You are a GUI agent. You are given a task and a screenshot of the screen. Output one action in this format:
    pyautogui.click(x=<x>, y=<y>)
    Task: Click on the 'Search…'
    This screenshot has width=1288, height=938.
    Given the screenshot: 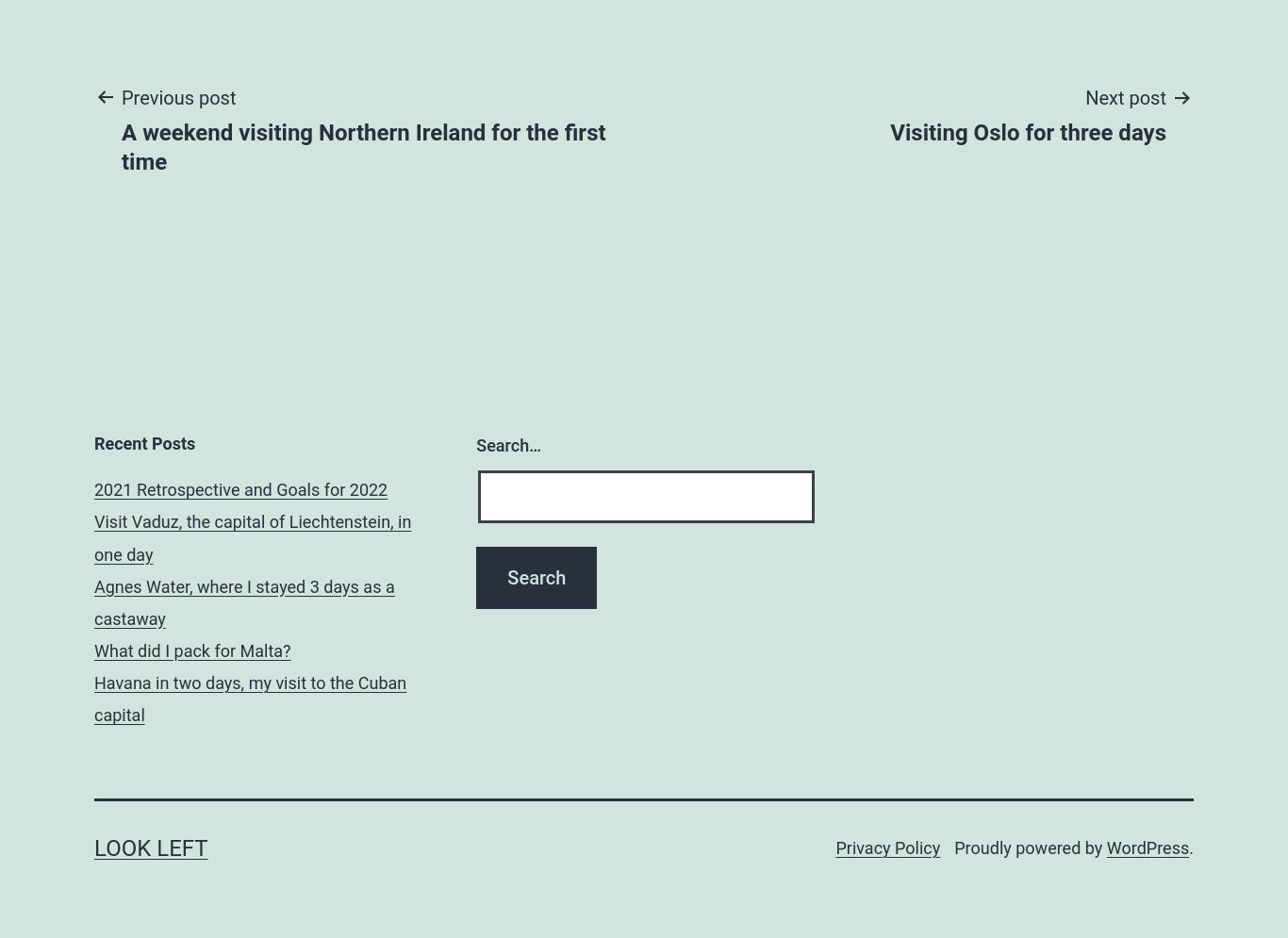 What is the action you would take?
    pyautogui.click(x=508, y=444)
    